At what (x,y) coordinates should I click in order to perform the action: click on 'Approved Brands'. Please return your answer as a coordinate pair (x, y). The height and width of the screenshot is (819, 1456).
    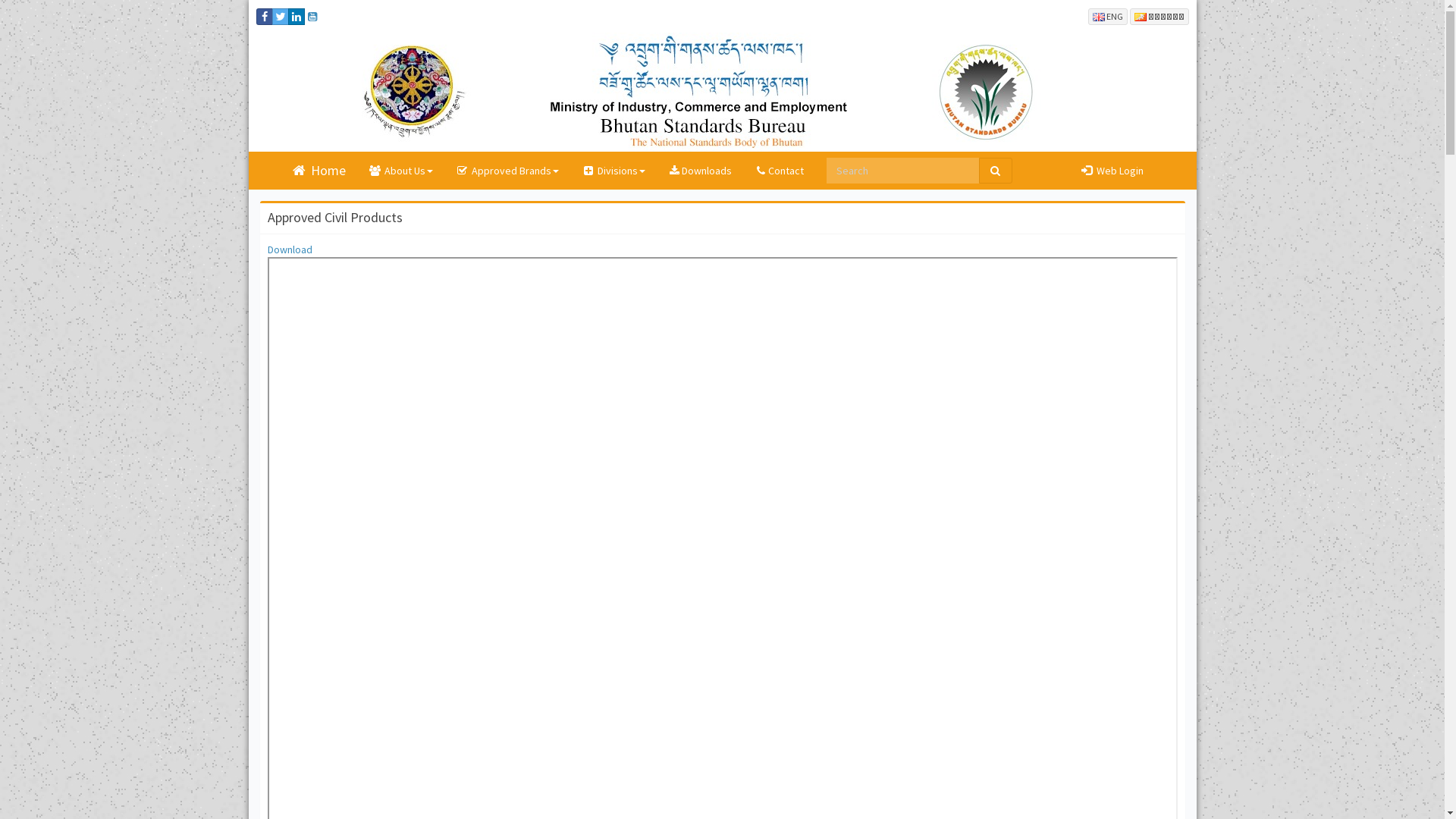
    Looking at the image, I should click on (507, 170).